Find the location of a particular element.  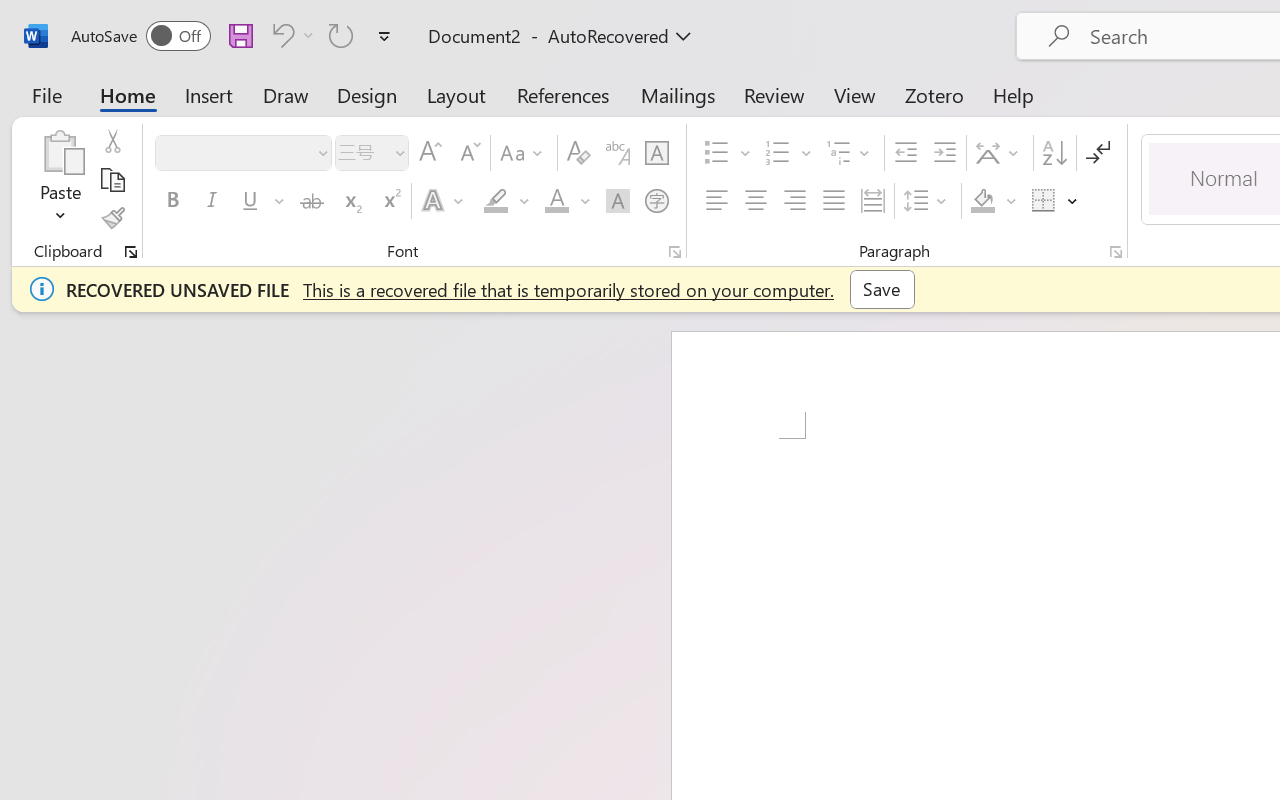

'Shading RGB(0, 0, 0)' is located at coordinates (983, 201).